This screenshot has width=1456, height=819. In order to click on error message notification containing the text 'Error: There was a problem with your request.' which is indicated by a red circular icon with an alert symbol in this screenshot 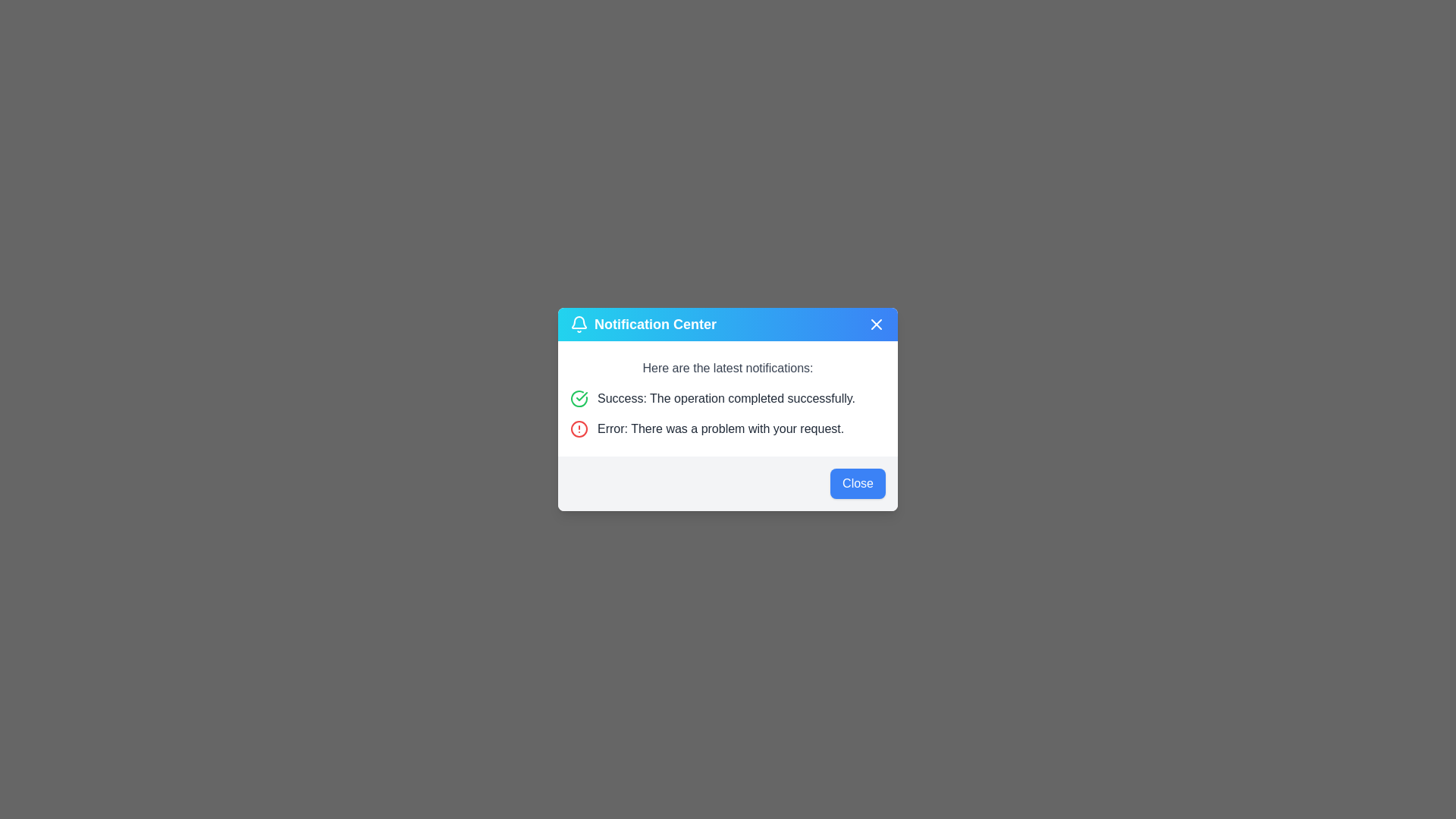, I will do `click(728, 429)`.